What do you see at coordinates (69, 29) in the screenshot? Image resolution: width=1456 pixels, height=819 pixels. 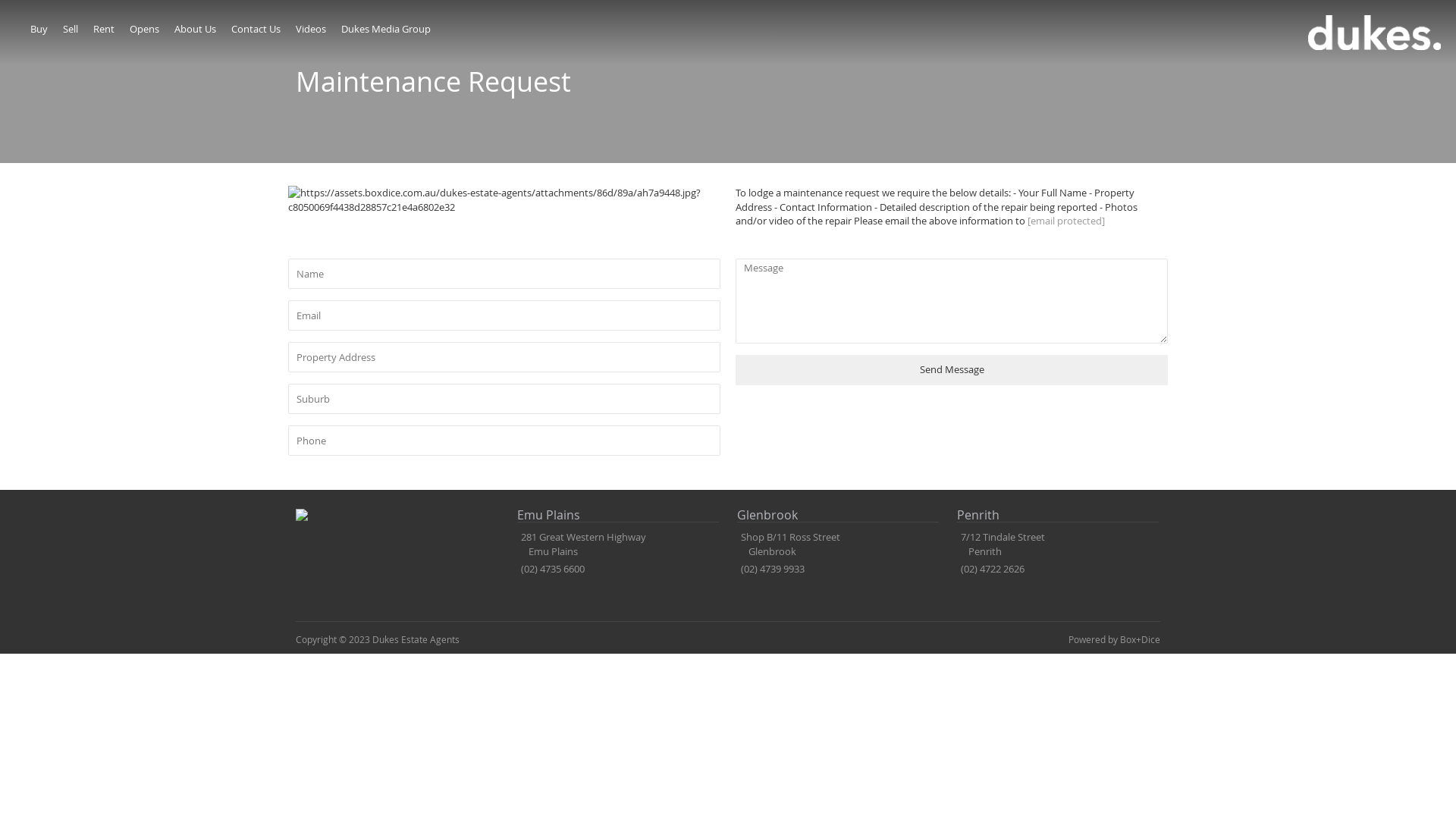 I see `'Sell'` at bounding box center [69, 29].